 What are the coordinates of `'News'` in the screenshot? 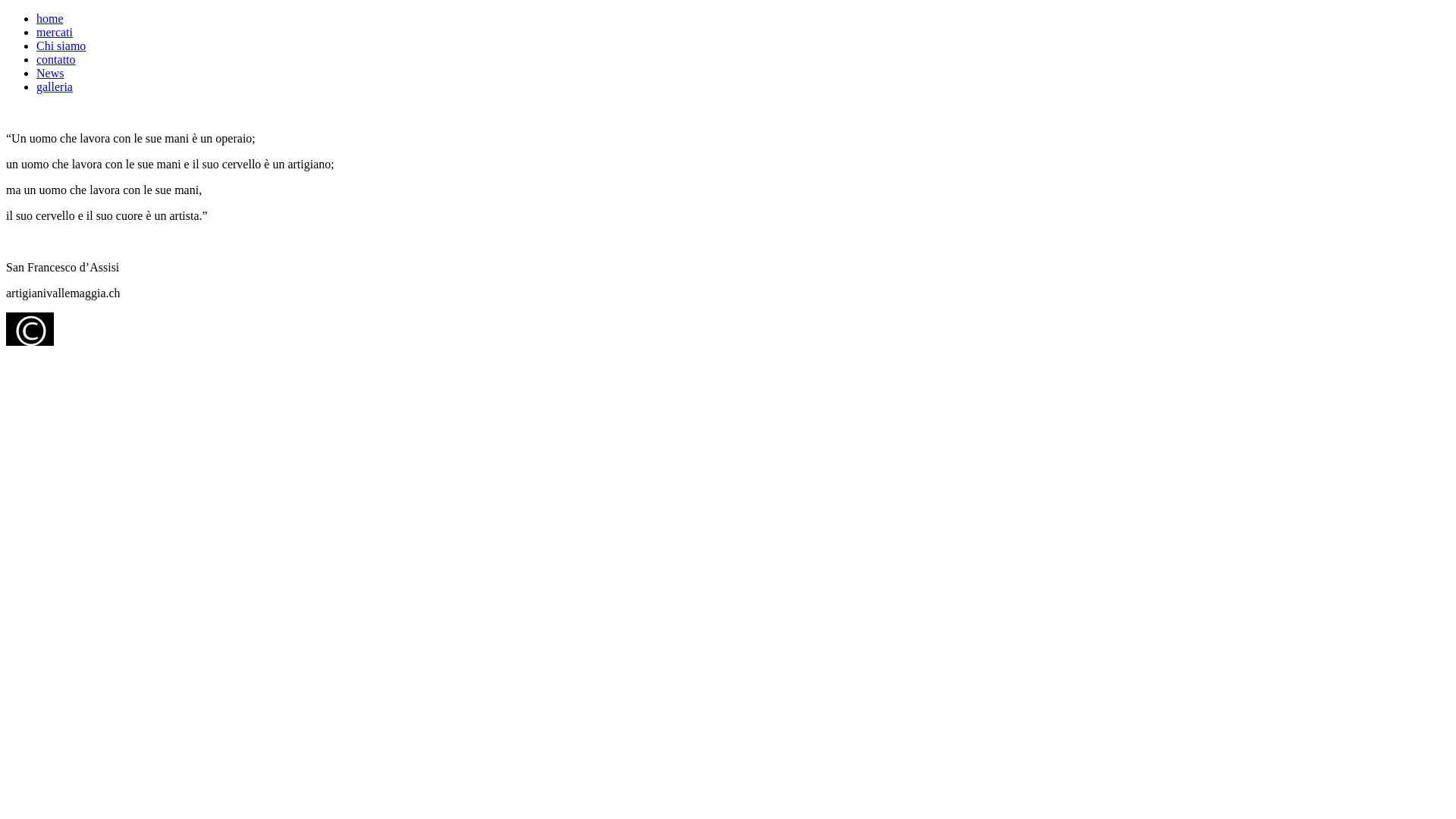 It's located at (50, 73).